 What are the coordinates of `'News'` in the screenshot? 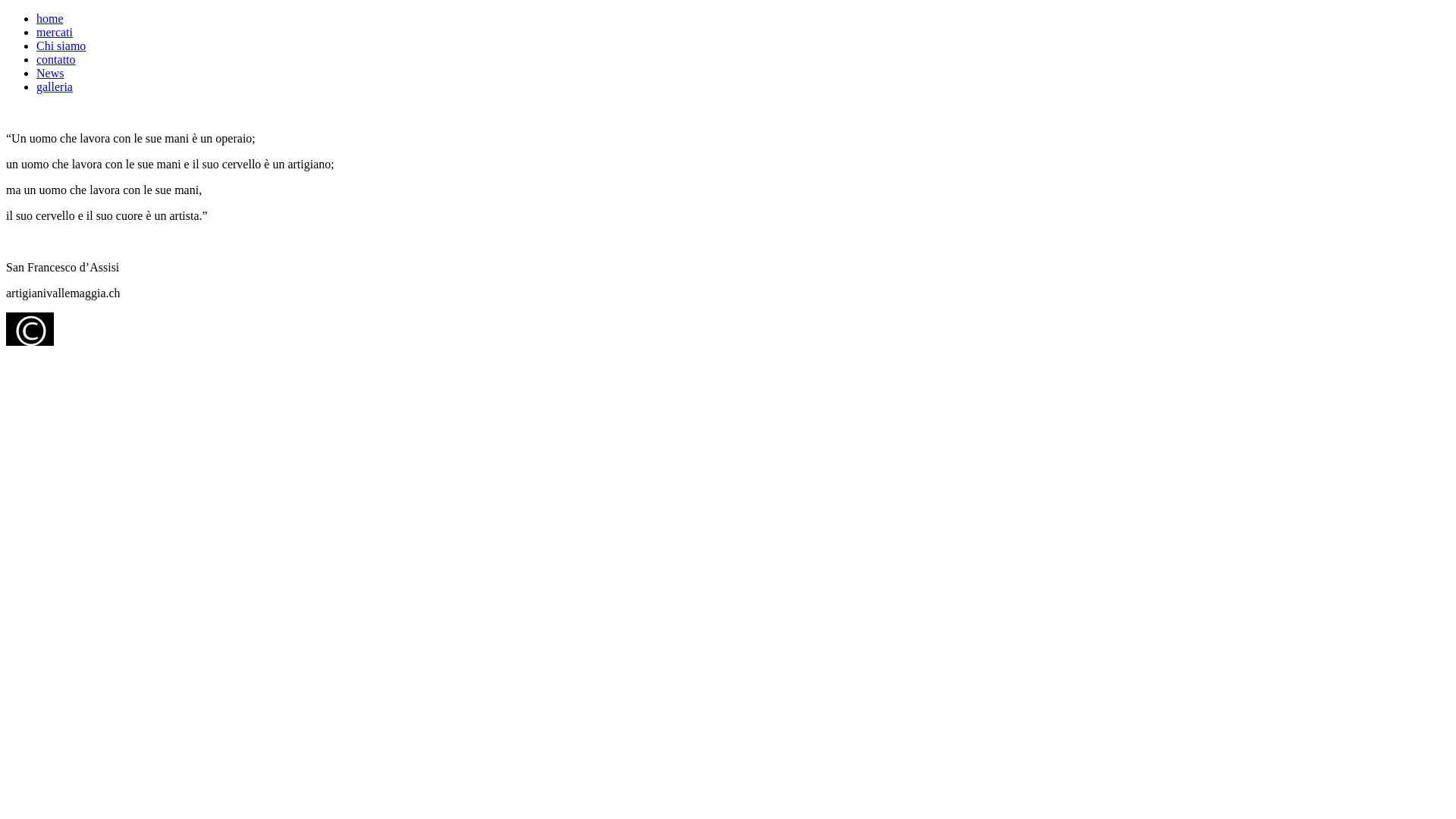 It's located at (50, 73).